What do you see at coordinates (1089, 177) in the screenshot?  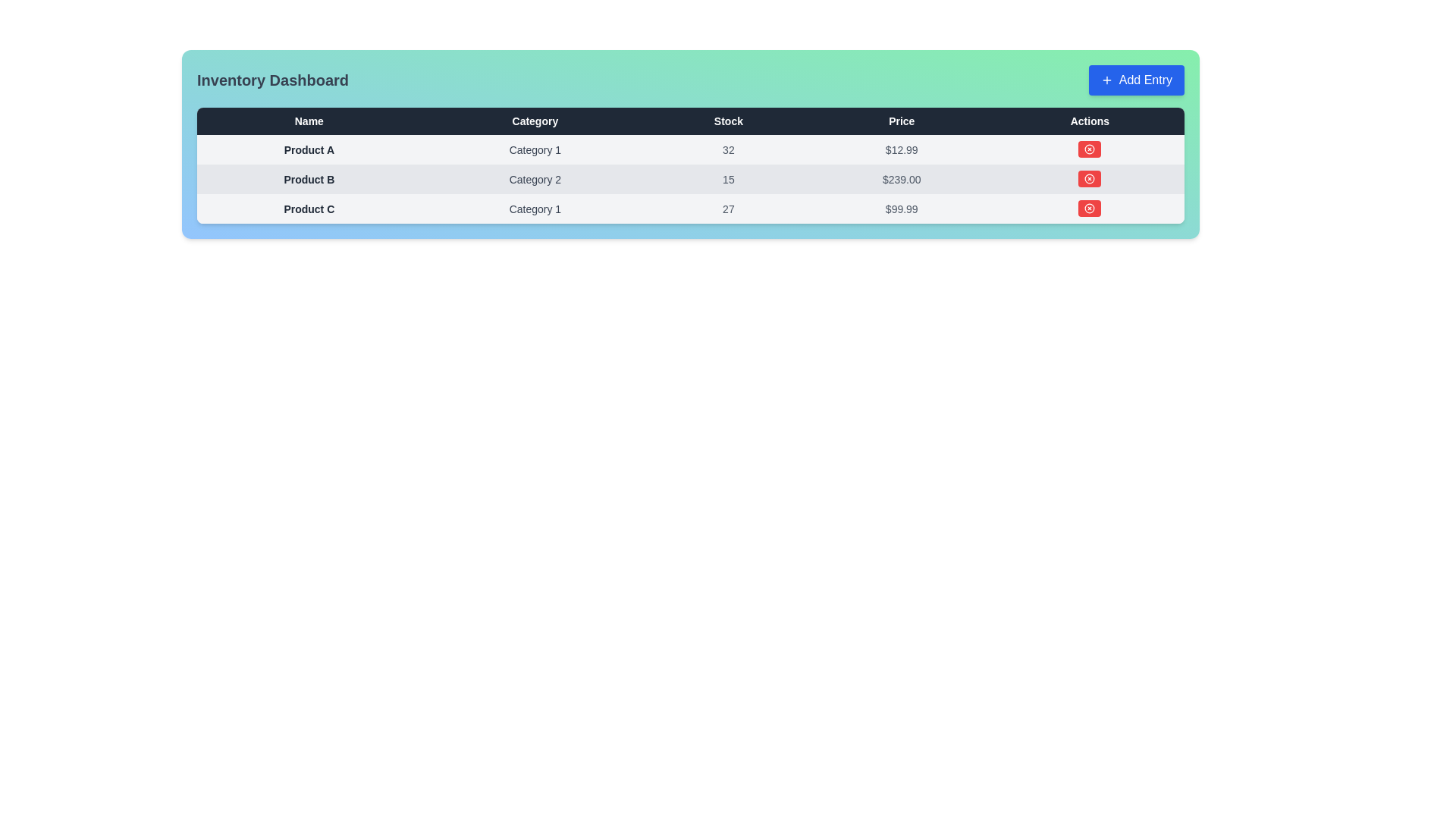 I see `the inner circle of the delete button for 'Product B' in the second row of the Actions column in the data table` at bounding box center [1089, 177].